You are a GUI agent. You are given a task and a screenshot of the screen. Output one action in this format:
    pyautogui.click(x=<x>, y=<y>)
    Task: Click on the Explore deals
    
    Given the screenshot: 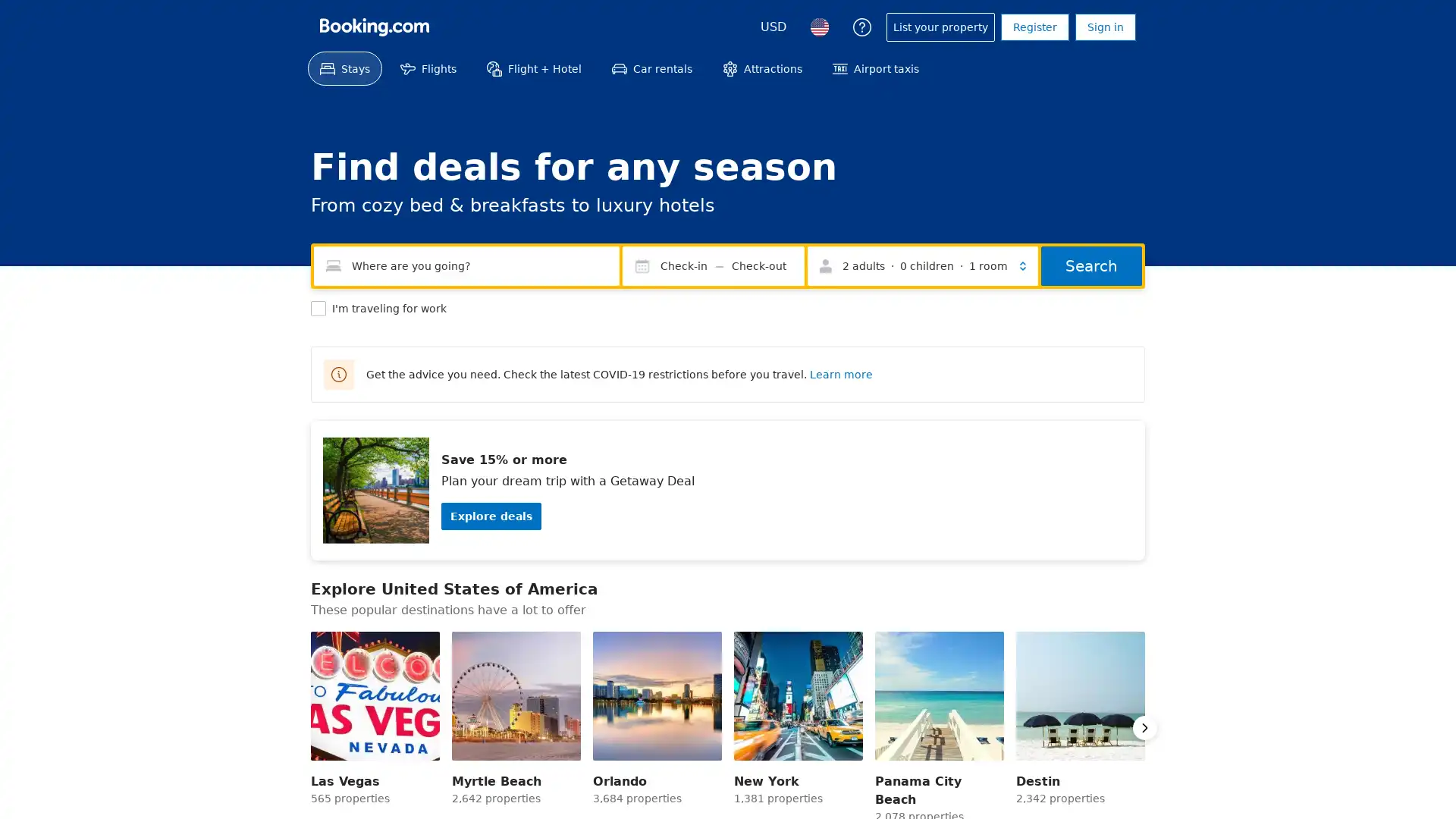 What is the action you would take?
    pyautogui.click(x=491, y=516)
    